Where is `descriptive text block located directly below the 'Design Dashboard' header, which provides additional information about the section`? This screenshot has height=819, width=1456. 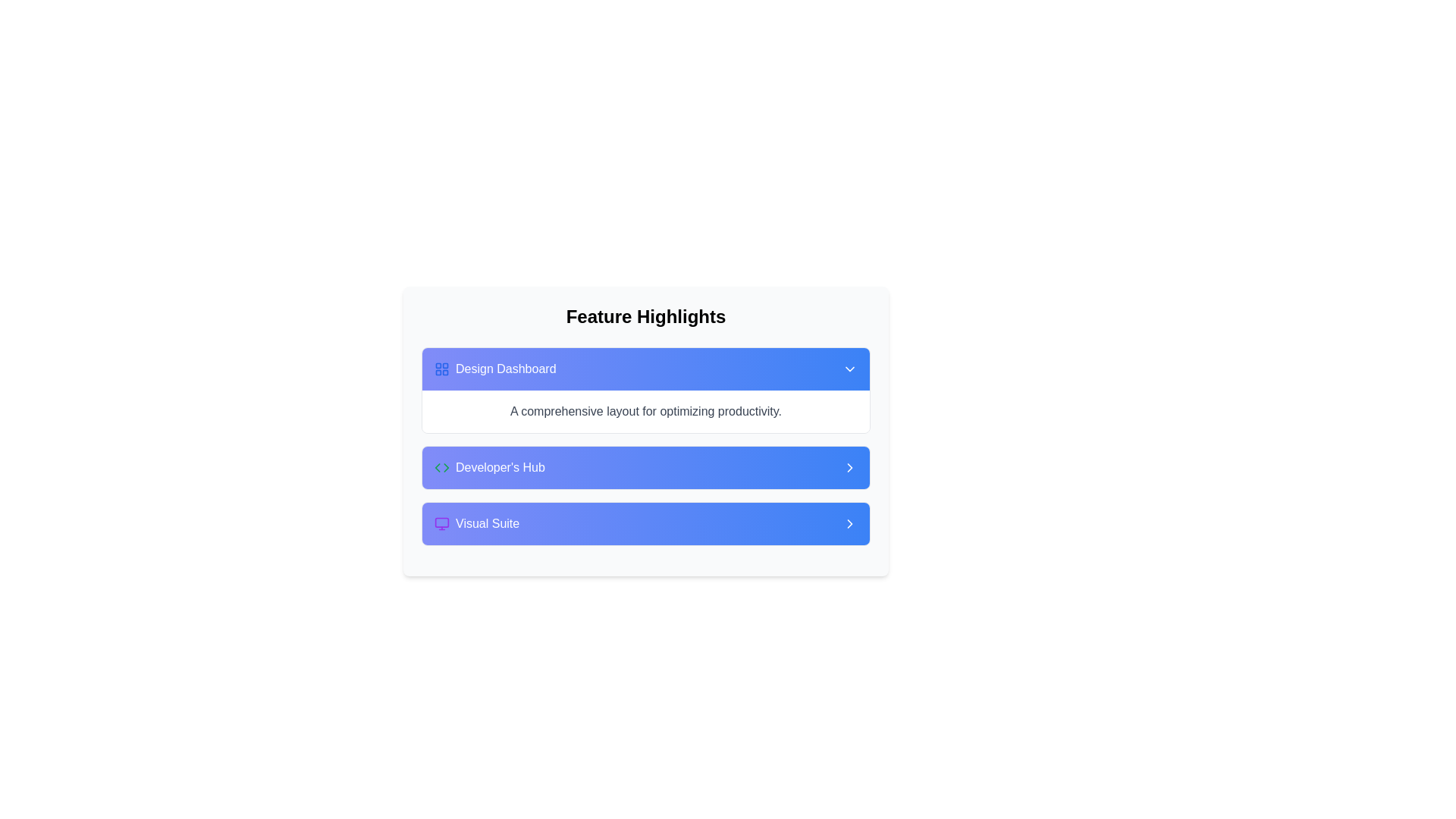 descriptive text block located directly below the 'Design Dashboard' header, which provides additional information about the section is located at coordinates (645, 412).